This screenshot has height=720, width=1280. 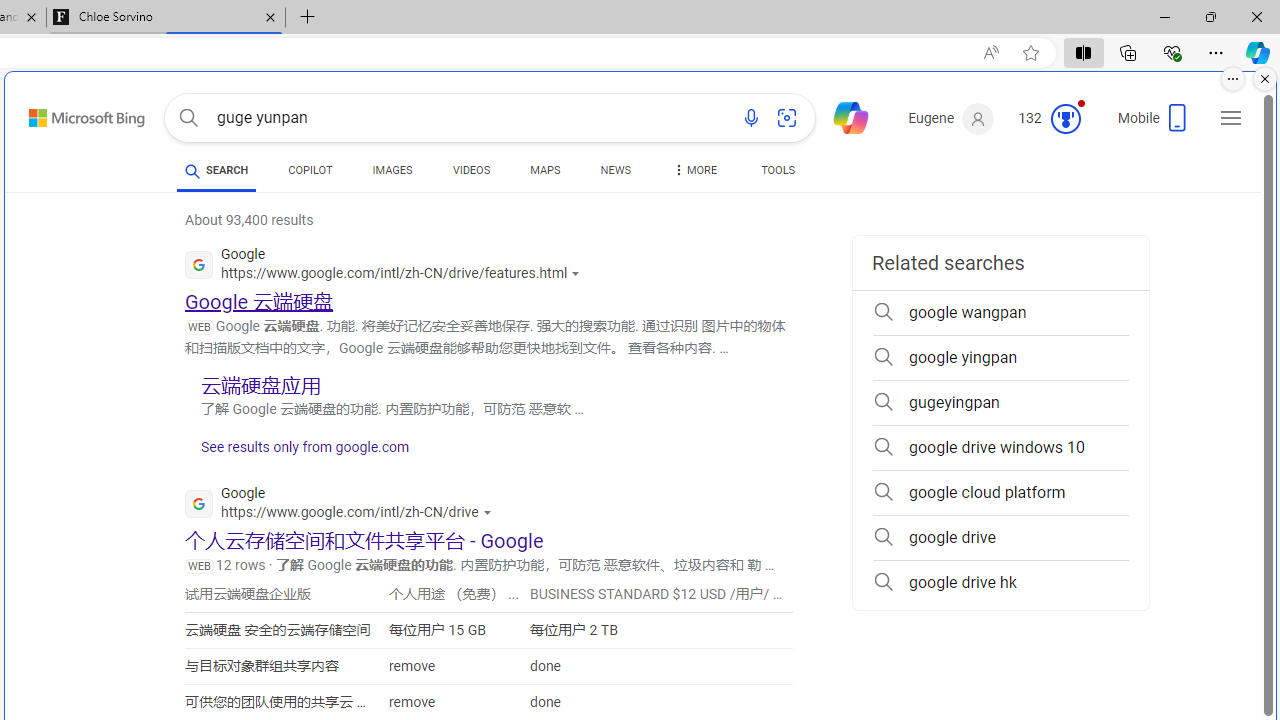 I want to click on 'SEARCH', so click(x=216, y=169).